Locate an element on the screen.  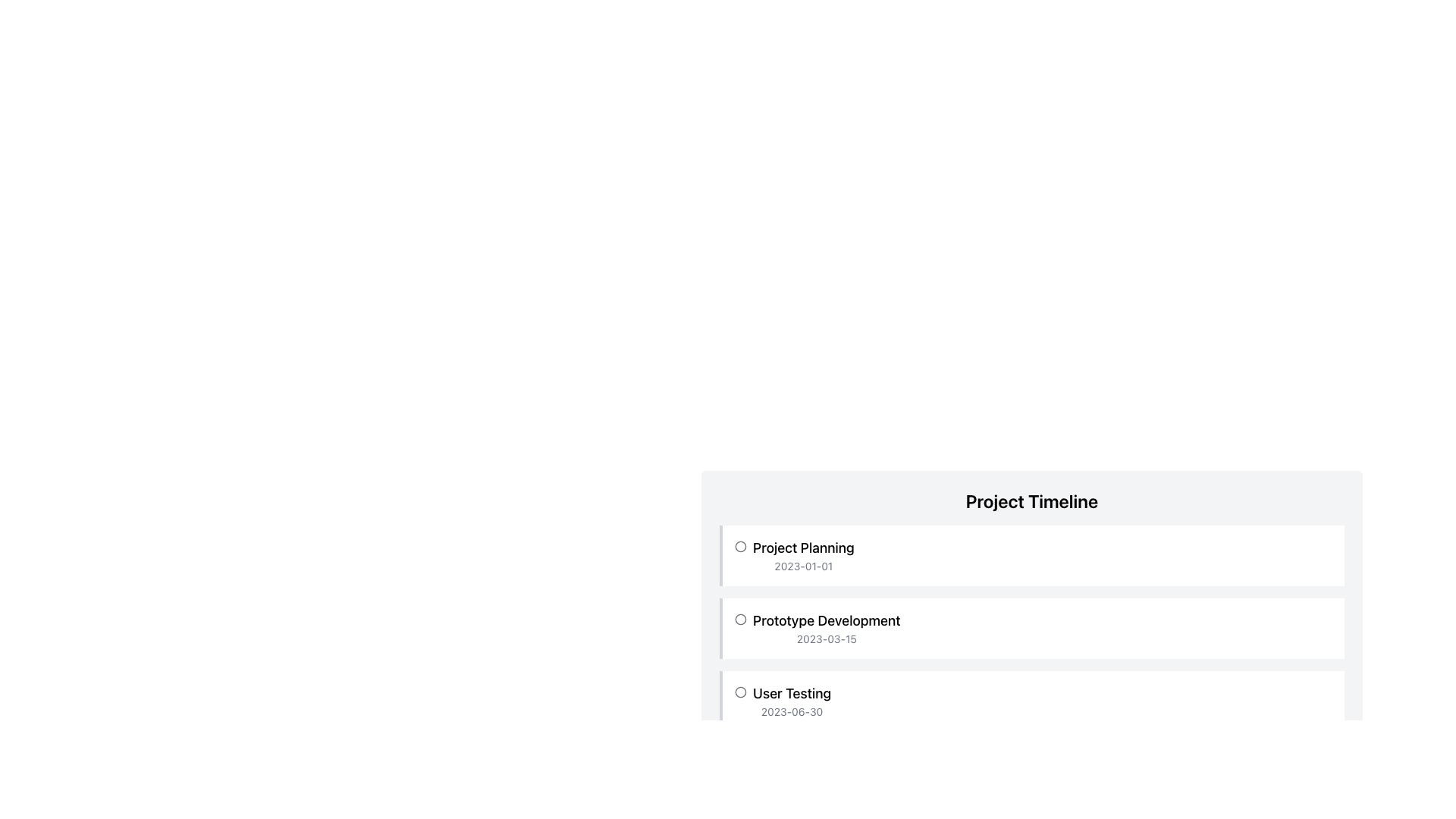
the text block that displays a title and date, located below 'Project Planning' and above 'User Testing' in the vertical timeline is located at coordinates (826, 629).